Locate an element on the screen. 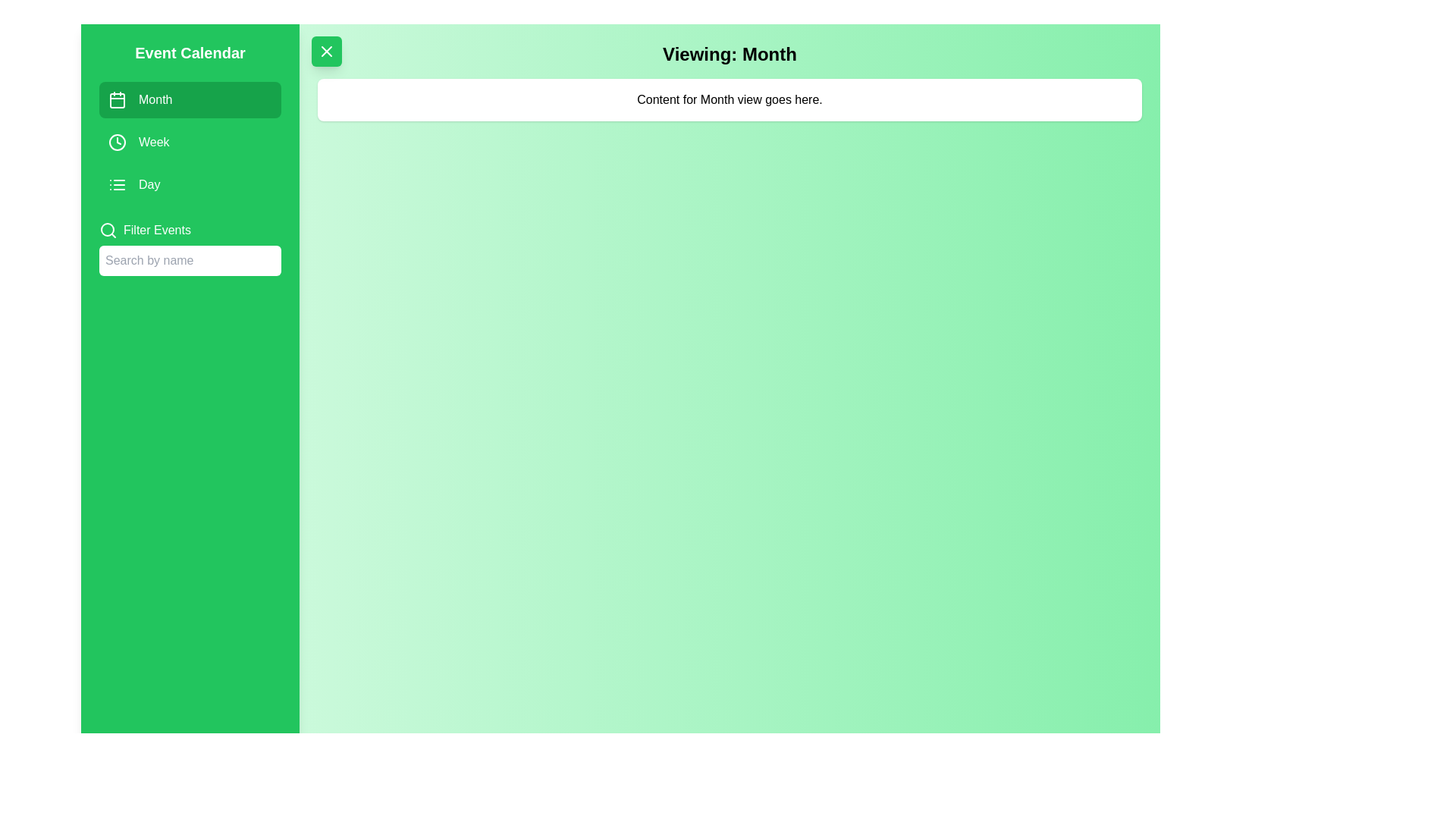 The height and width of the screenshot is (819, 1456). the Week view in the calendar is located at coordinates (189, 143).